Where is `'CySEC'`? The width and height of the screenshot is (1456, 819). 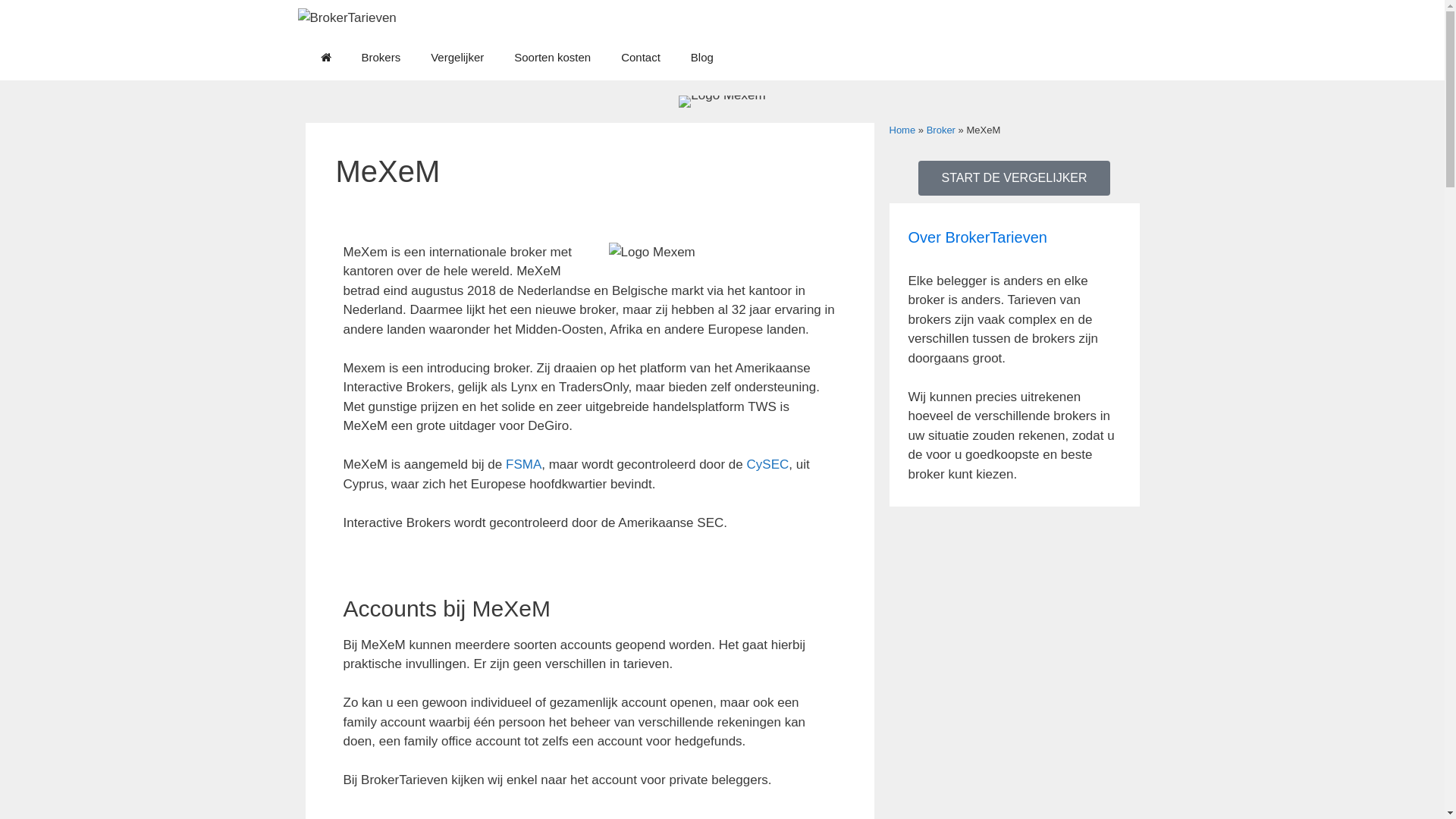 'CySEC' is located at coordinates (746, 463).